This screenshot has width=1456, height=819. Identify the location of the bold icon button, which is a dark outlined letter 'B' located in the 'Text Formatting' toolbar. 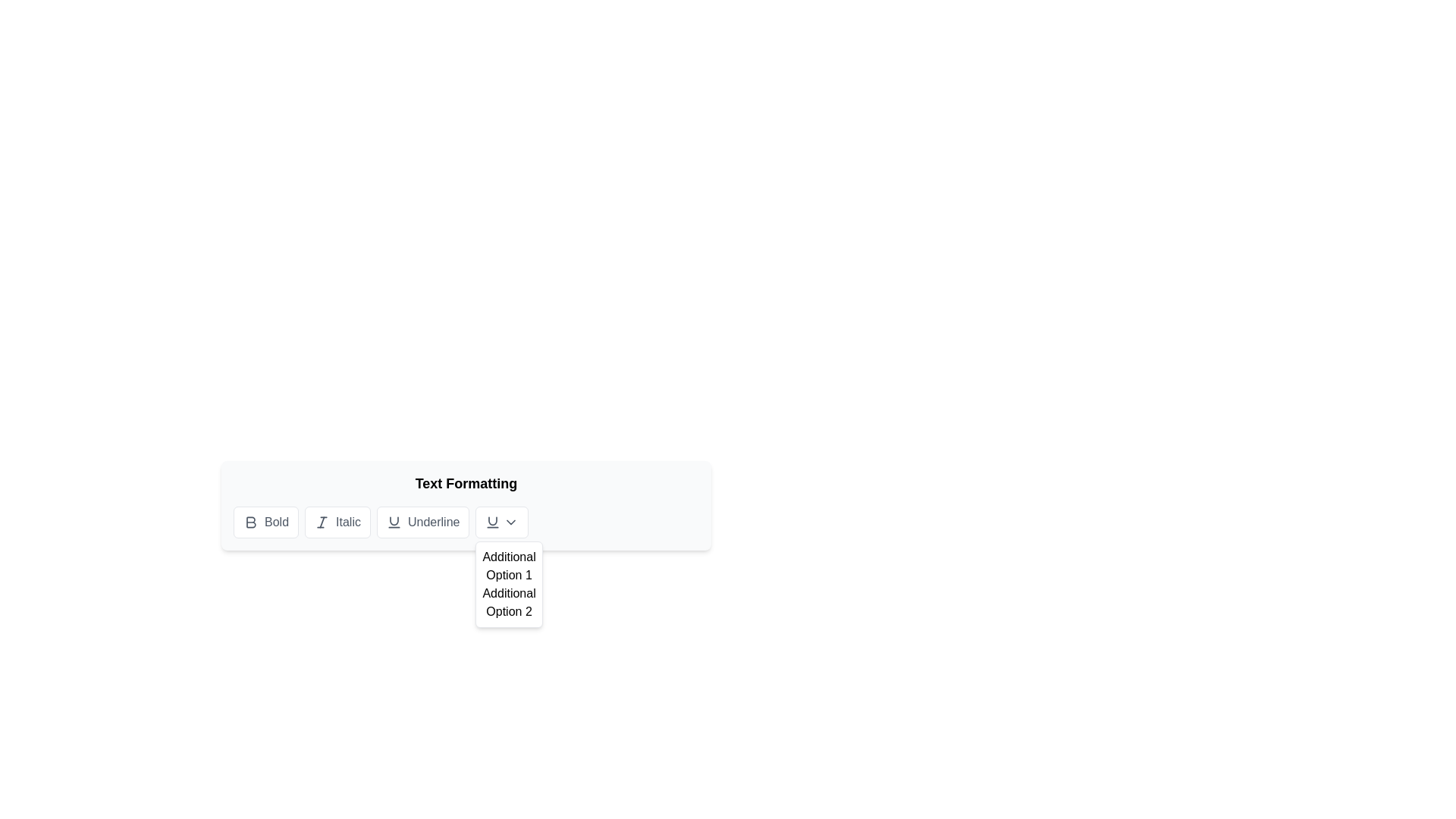
(251, 522).